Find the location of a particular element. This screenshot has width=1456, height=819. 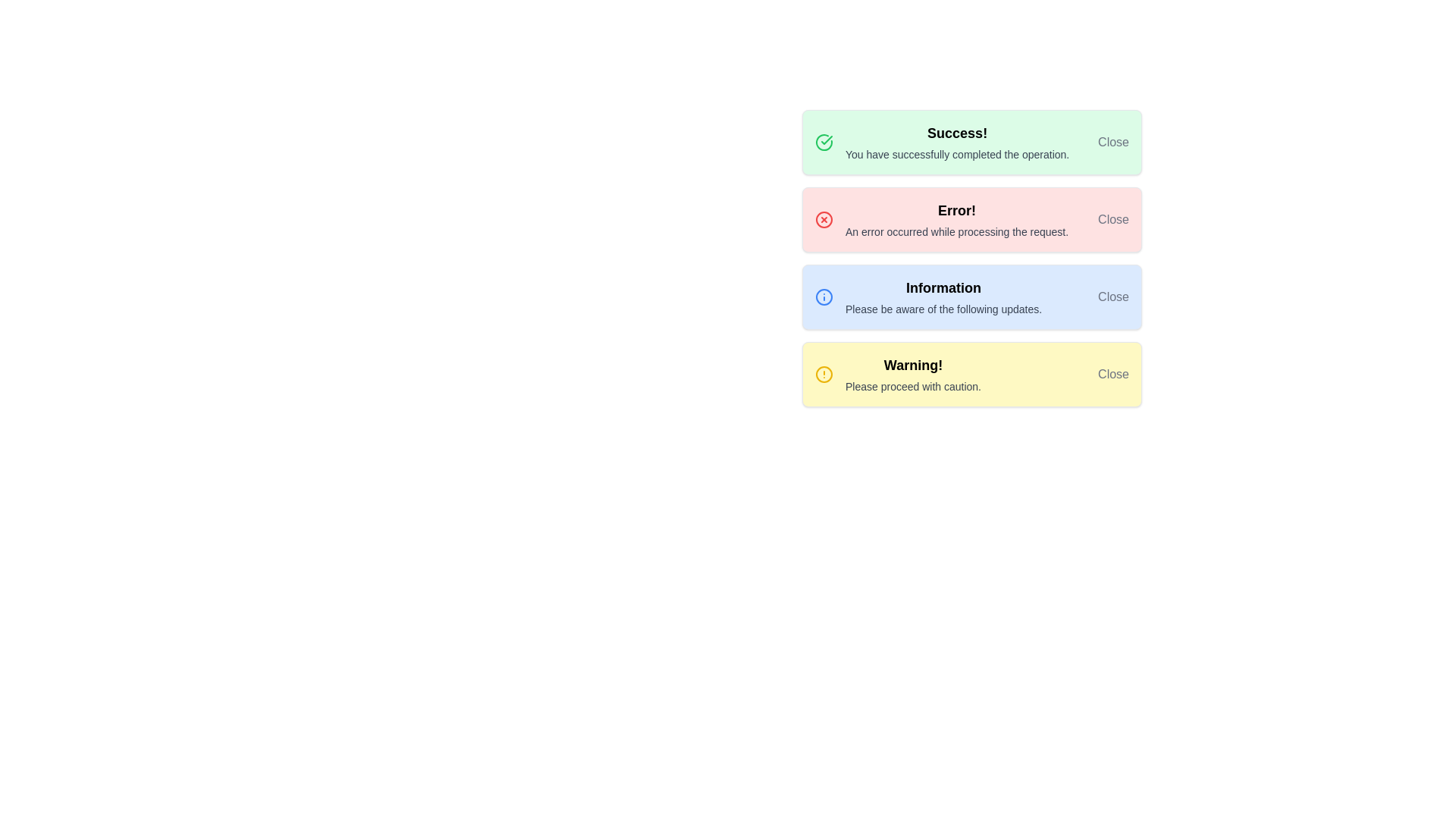

the warning message that says 'Warning! Please proceed with caution.' located at the bottom of the alert list is located at coordinates (912, 374).